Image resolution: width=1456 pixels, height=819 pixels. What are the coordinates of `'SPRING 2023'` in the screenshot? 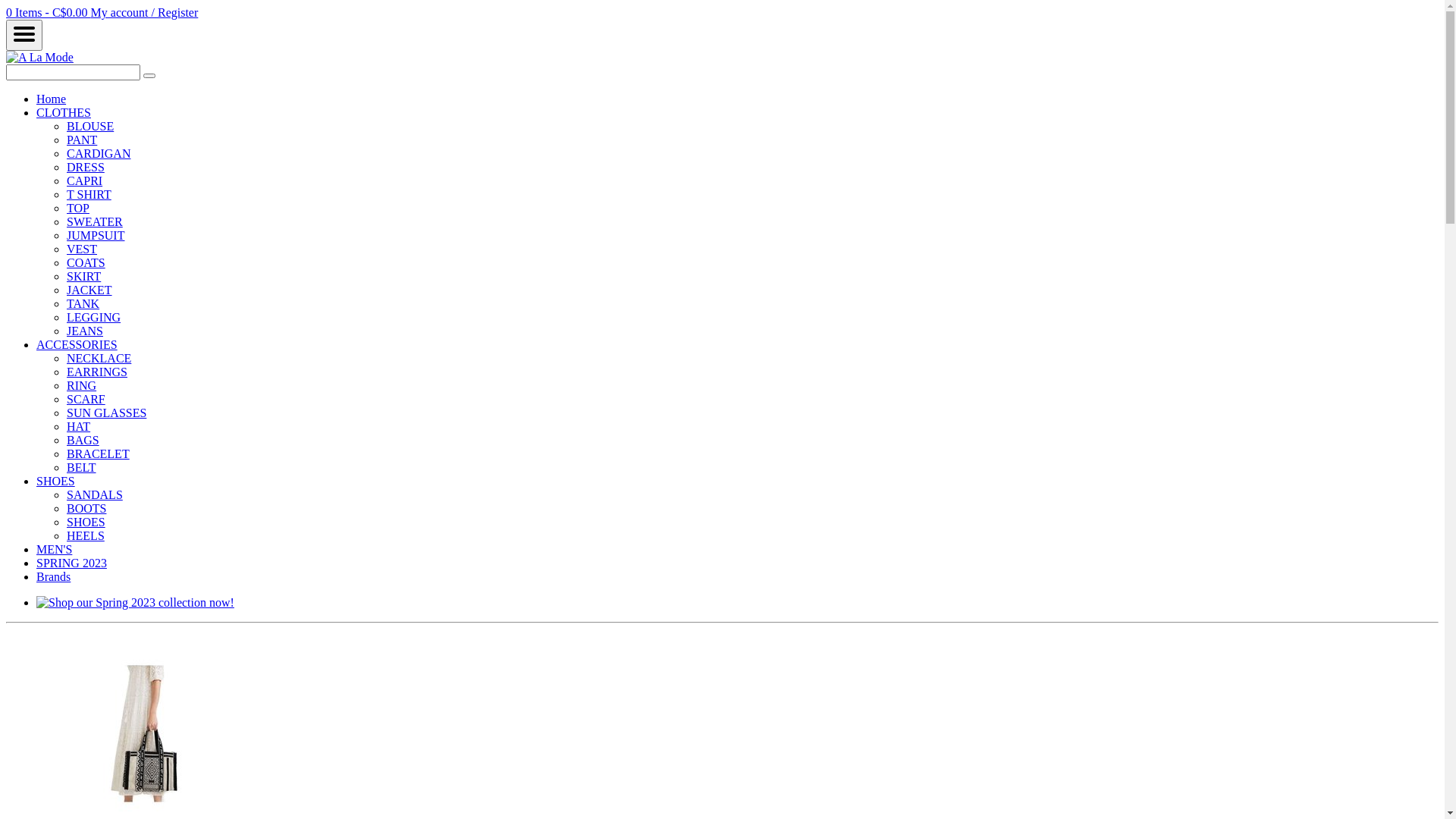 It's located at (71, 563).